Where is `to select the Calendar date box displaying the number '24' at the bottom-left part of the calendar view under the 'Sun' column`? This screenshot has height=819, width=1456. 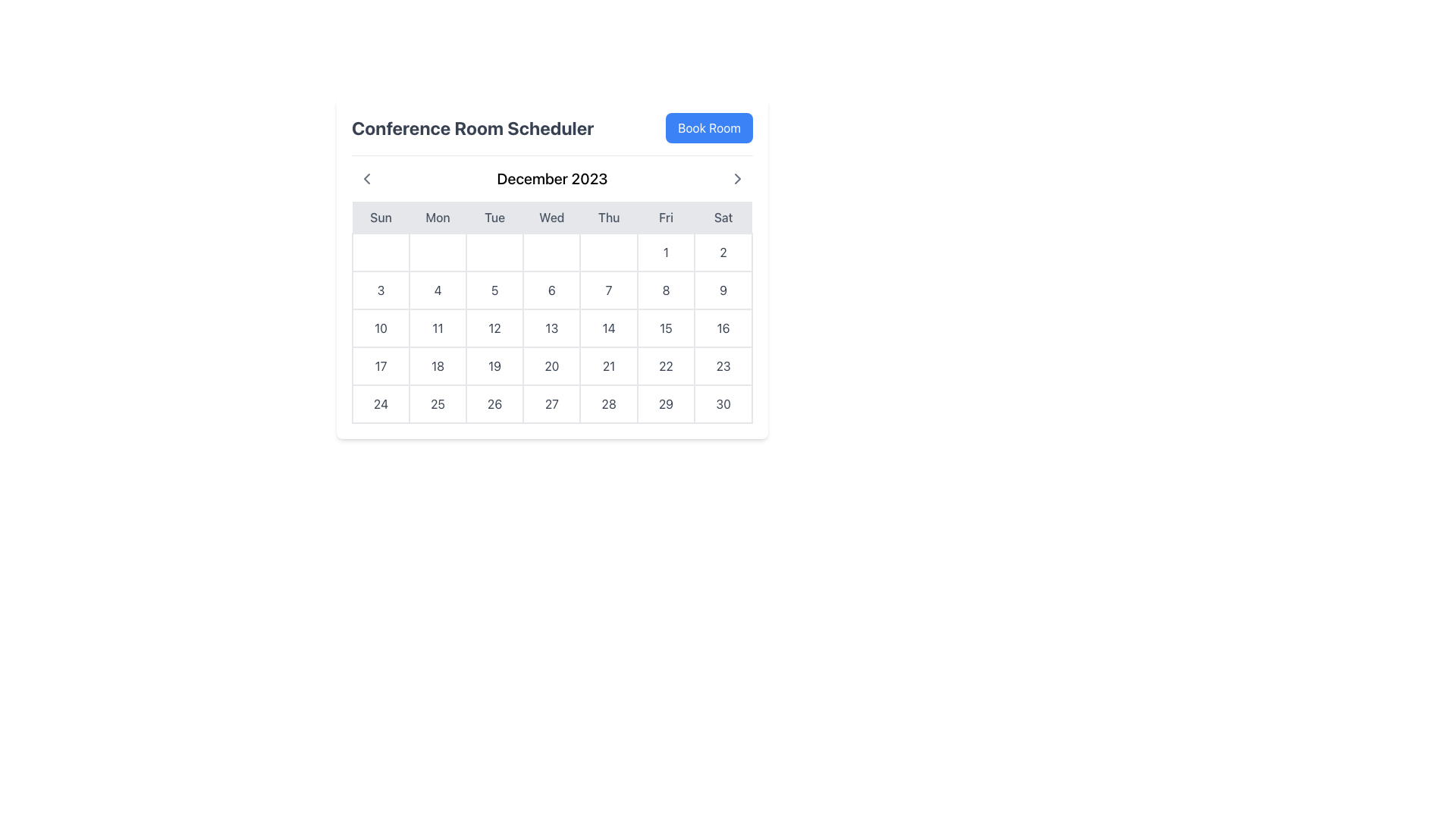 to select the Calendar date box displaying the number '24' at the bottom-left part of the calendar view under the 'Sun' column is located at coordinates (381, 403).